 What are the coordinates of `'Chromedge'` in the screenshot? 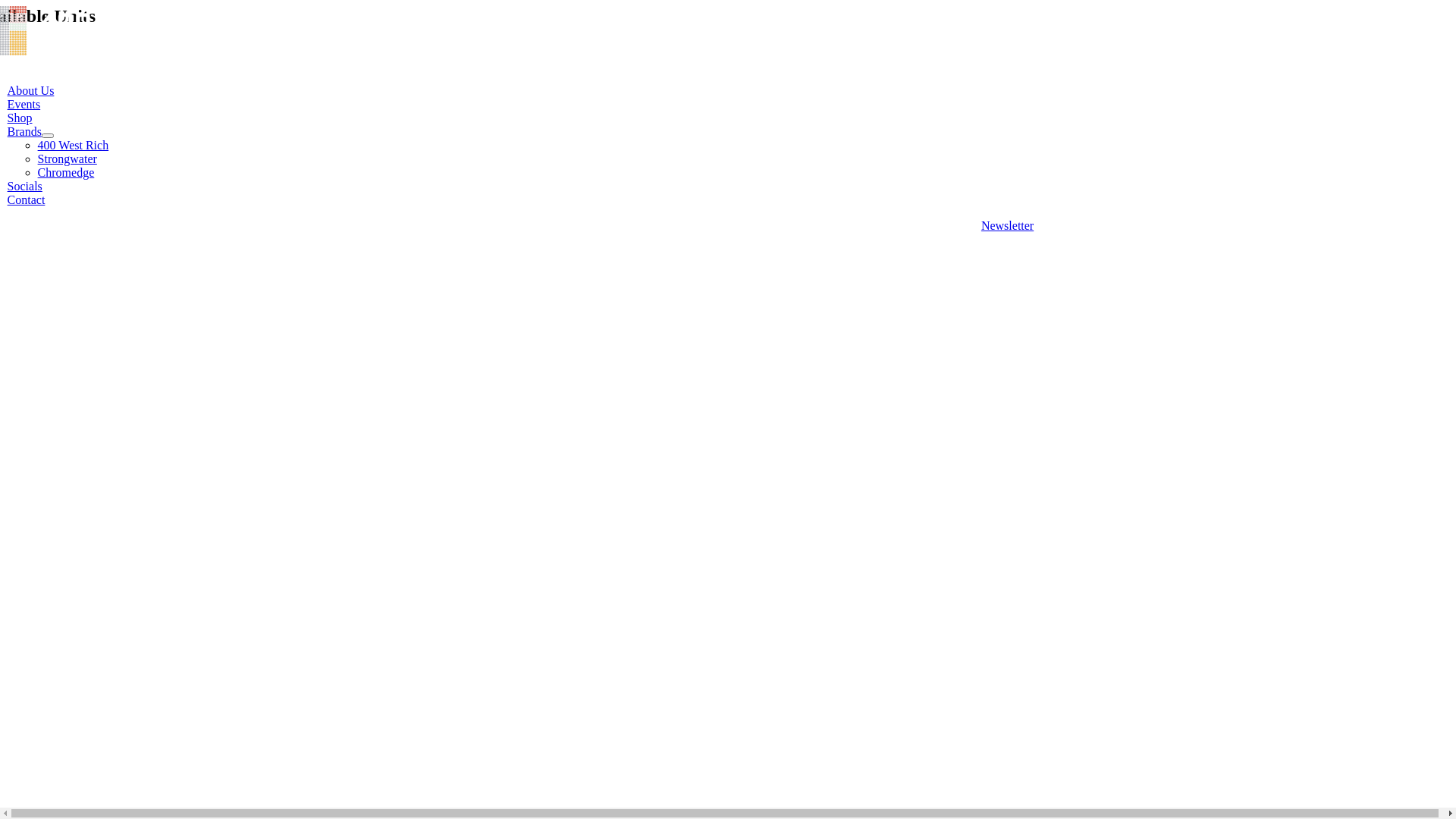 It's located at (37, 171).